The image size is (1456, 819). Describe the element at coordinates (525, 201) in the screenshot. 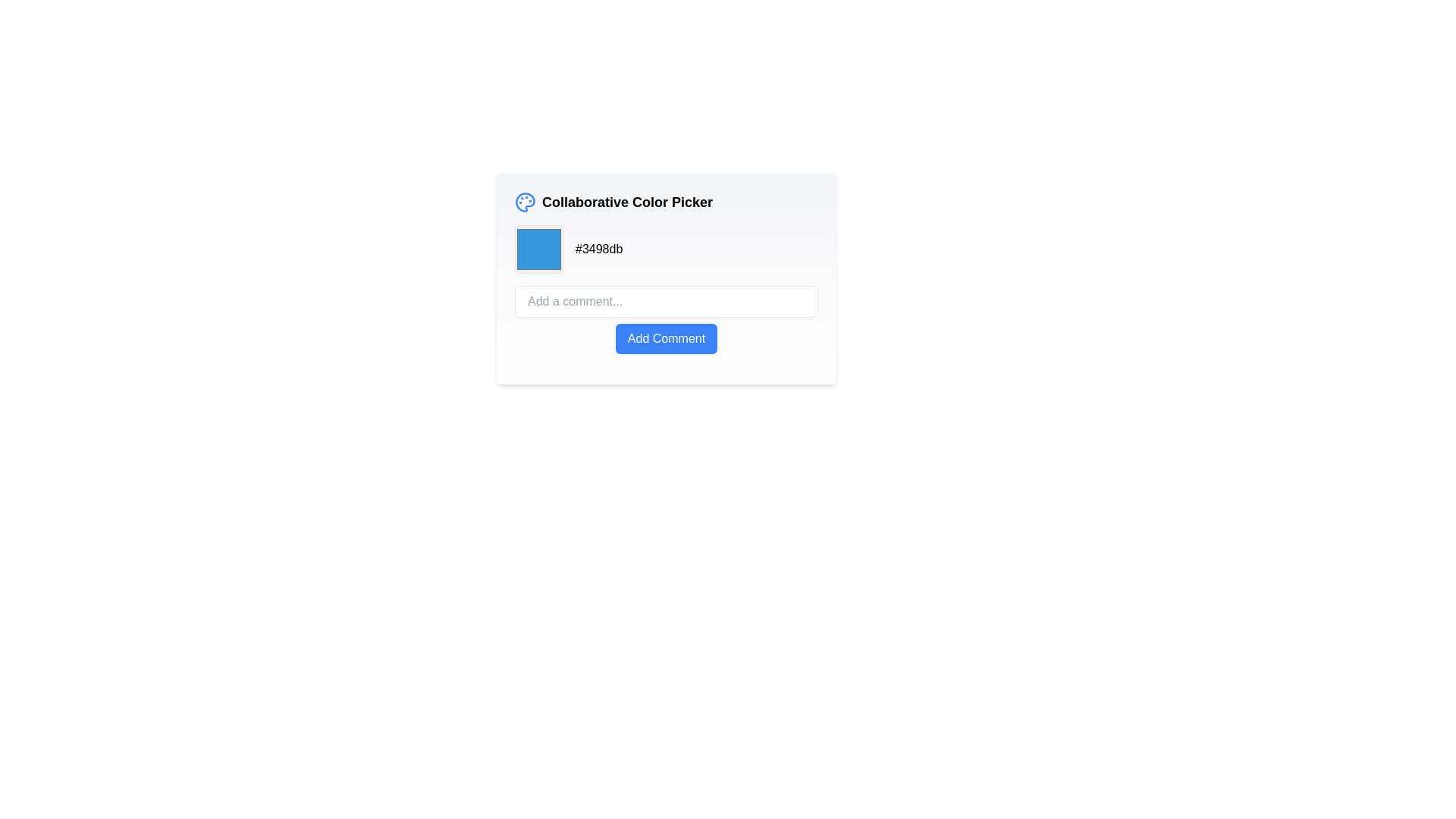

I see `the blue decorative palette icon located beside the title text 'Collaborative Color Picker'` at that location.